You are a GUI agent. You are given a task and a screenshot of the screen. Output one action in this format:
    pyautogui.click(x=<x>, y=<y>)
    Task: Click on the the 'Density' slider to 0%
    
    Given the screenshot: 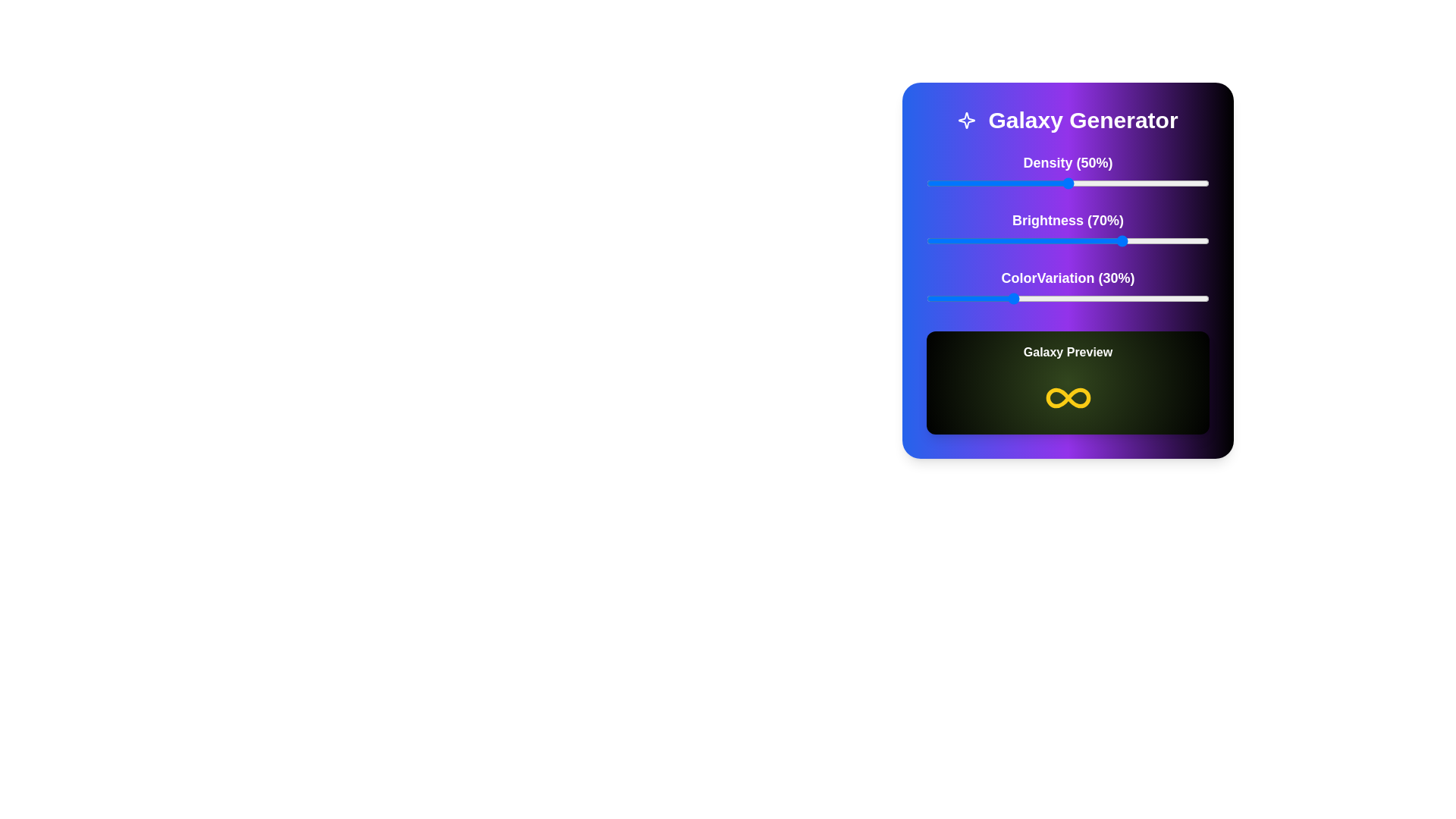 What is the action you would take?
    pyautogui.click(x=926, y=183)
    